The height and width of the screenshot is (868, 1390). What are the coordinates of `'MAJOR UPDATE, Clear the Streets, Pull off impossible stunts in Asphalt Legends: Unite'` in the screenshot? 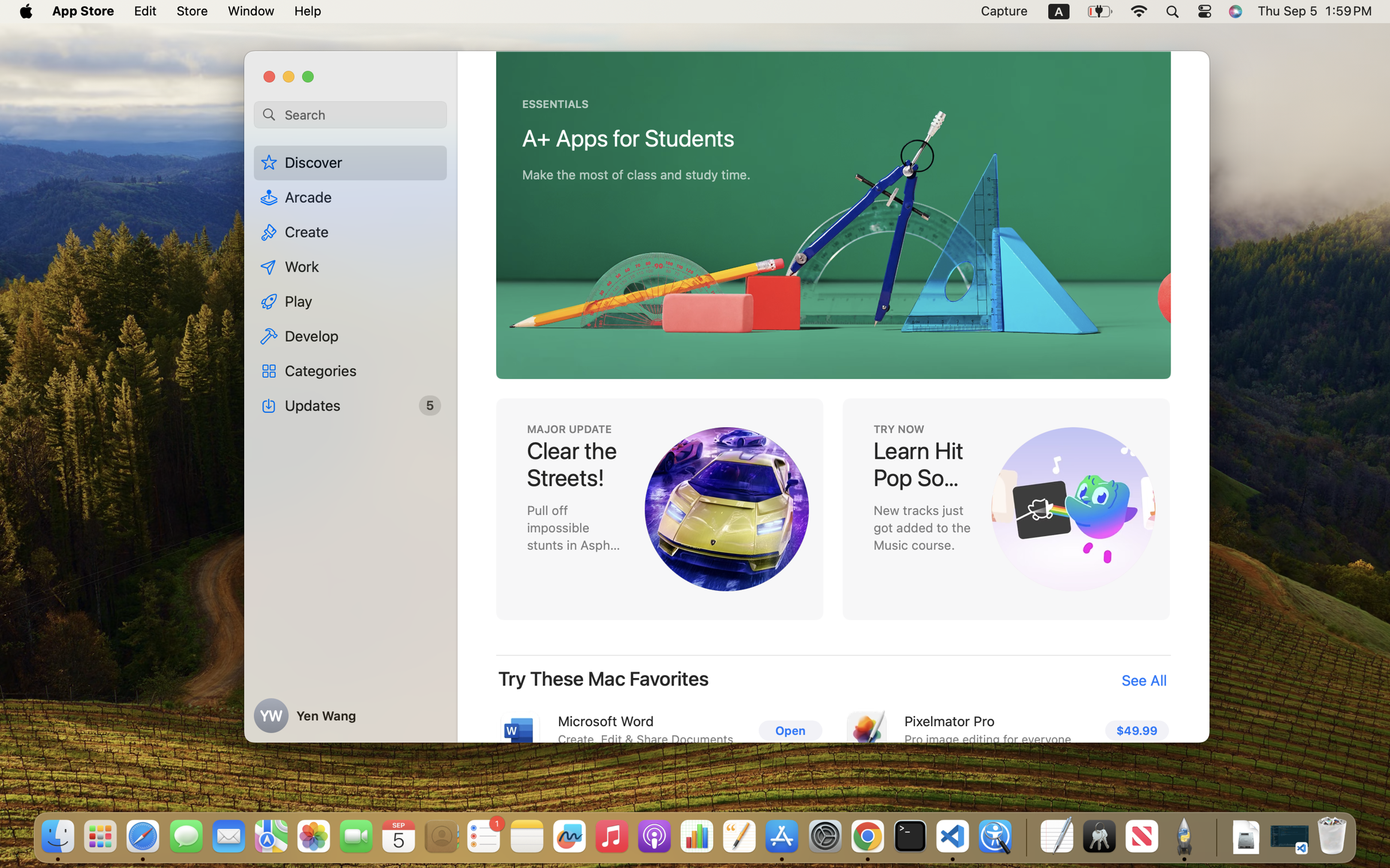 It's located at (659, 509).